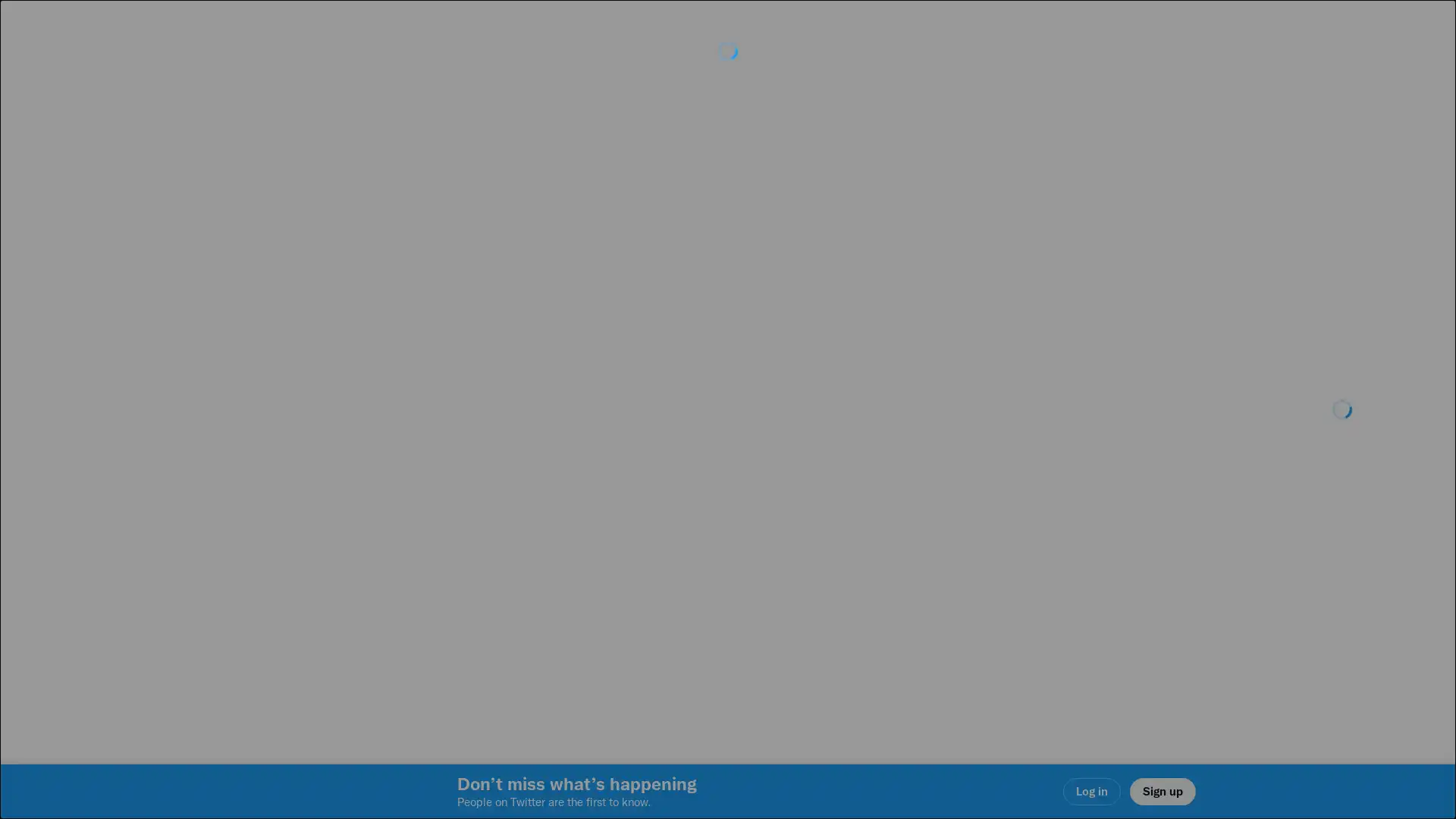 This screenshot has height=819, width=1456. I want to click on Log in, so click(910, 516).